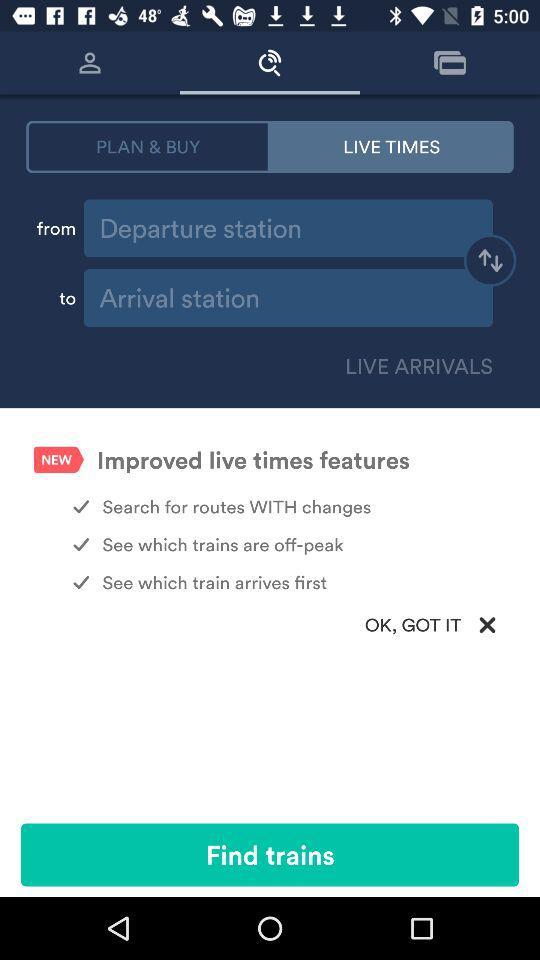 Image resolution: width=540 pixels, height=960 pixels. What do you see at coordinates (414, 365) in the screenshot?
I see `live arrivals on the right` at bounding box center [414, 365].